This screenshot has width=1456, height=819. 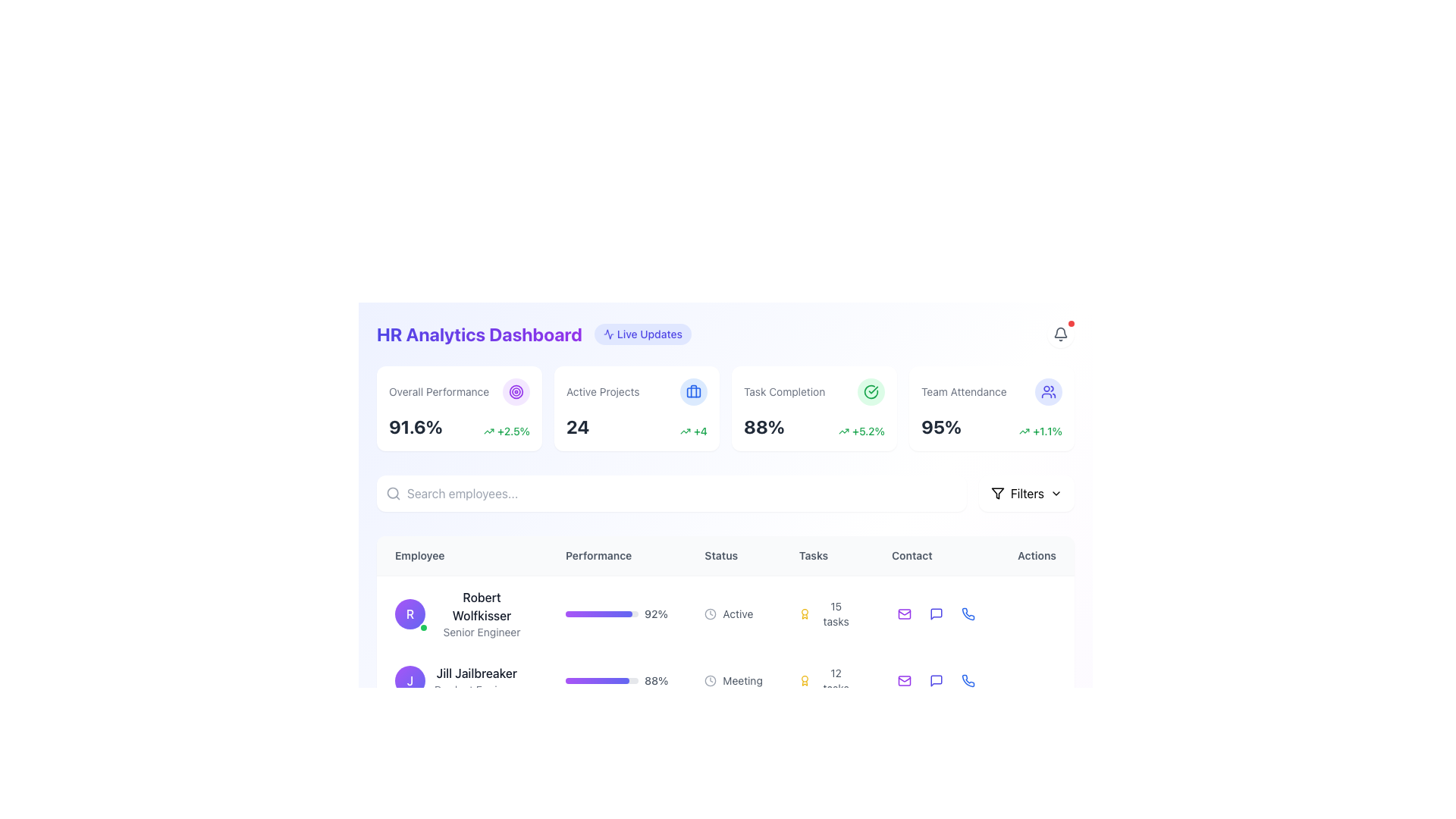 I want to click on the Icon button in the Actions section of the second row to initiate a phone call for the entry 'Jill Jailbreaker', so click(x=967, y=680).